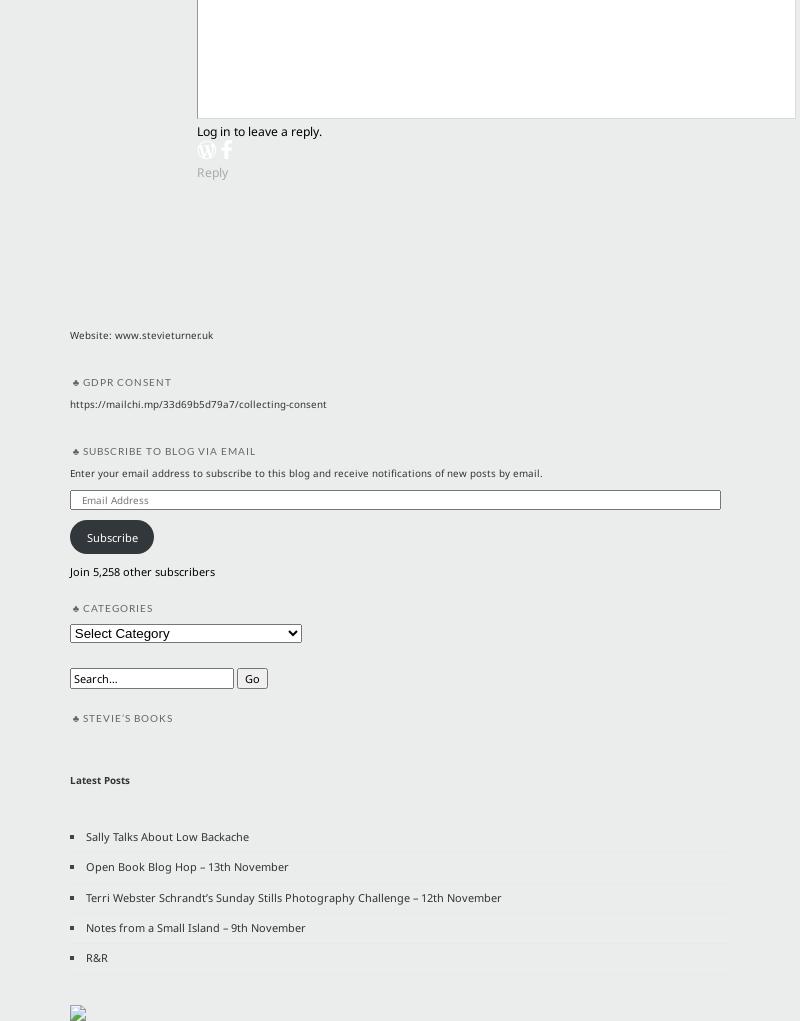 The image size is (800, 1021). What do you see at coordinates (195, 131) in the screenshot?
I see `'Log in to leave a reply.'` at bounding box center [195, 131].